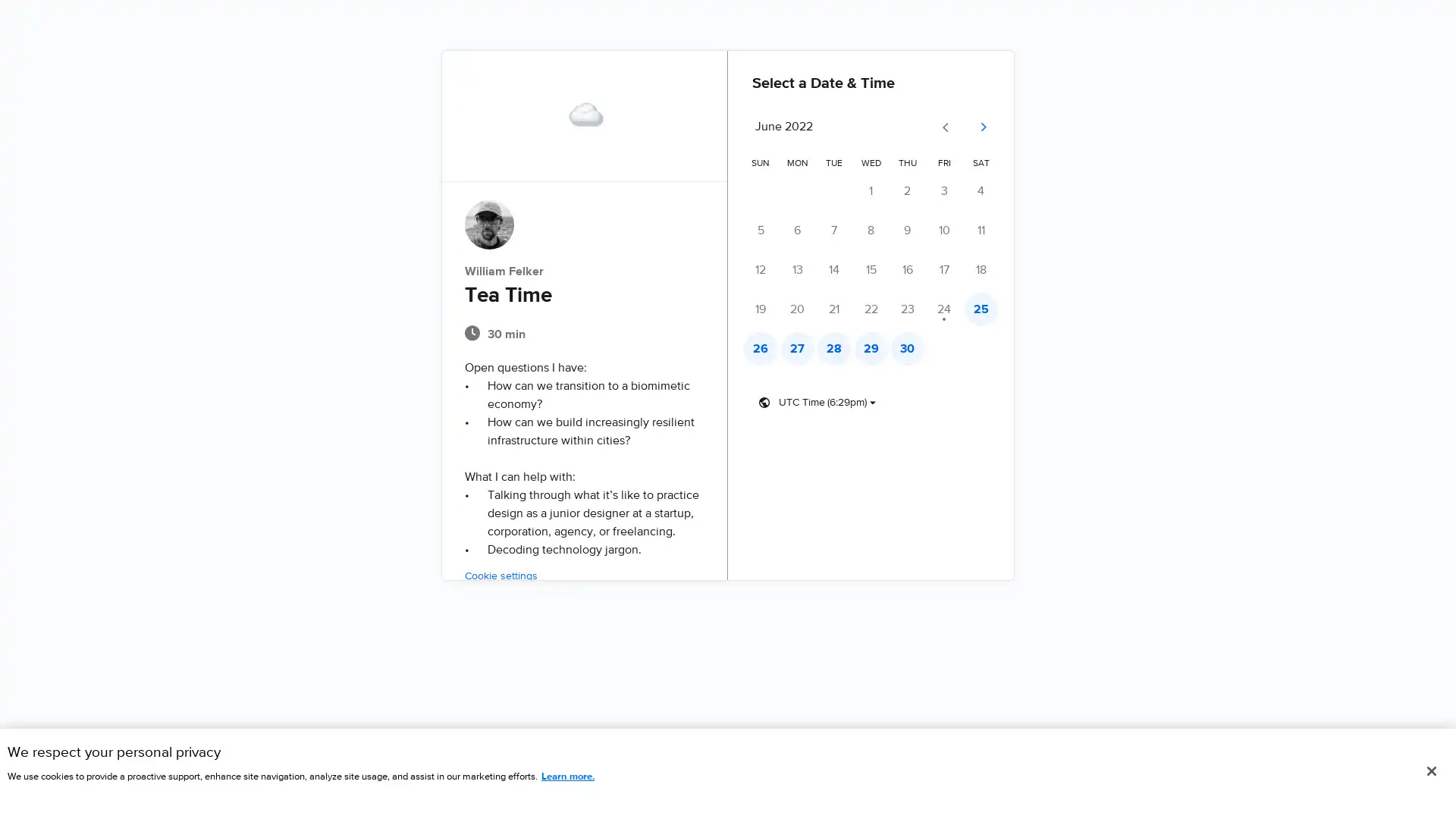 The height and width of the screenshot is (819, 1456). I want to click on Tuesday, June 14 - No times available, so click(839, 268).